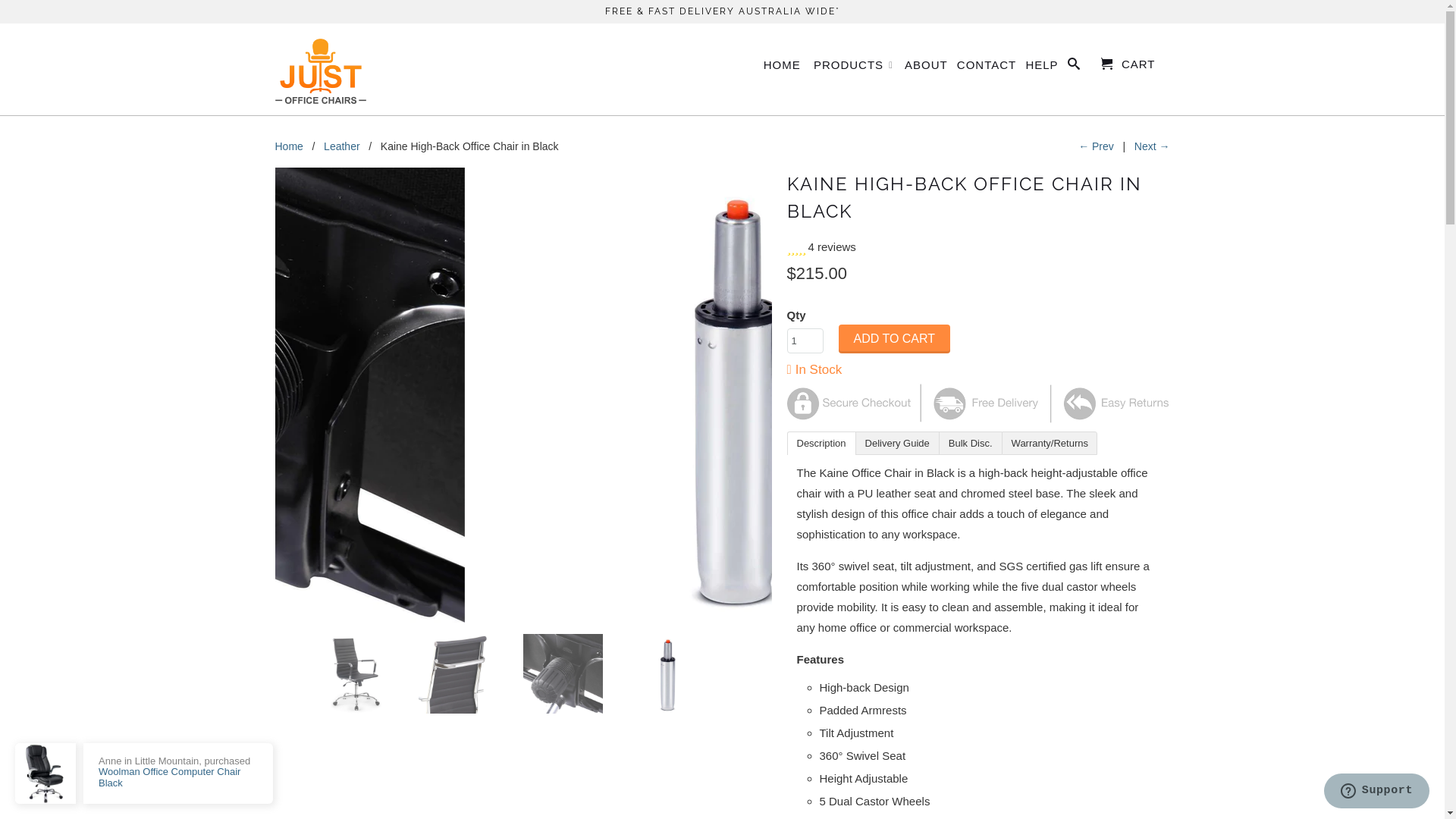  Describe the element at coordinates (1048, 443) in the screenshot. I see `'Warranty/Returns'` at that location.